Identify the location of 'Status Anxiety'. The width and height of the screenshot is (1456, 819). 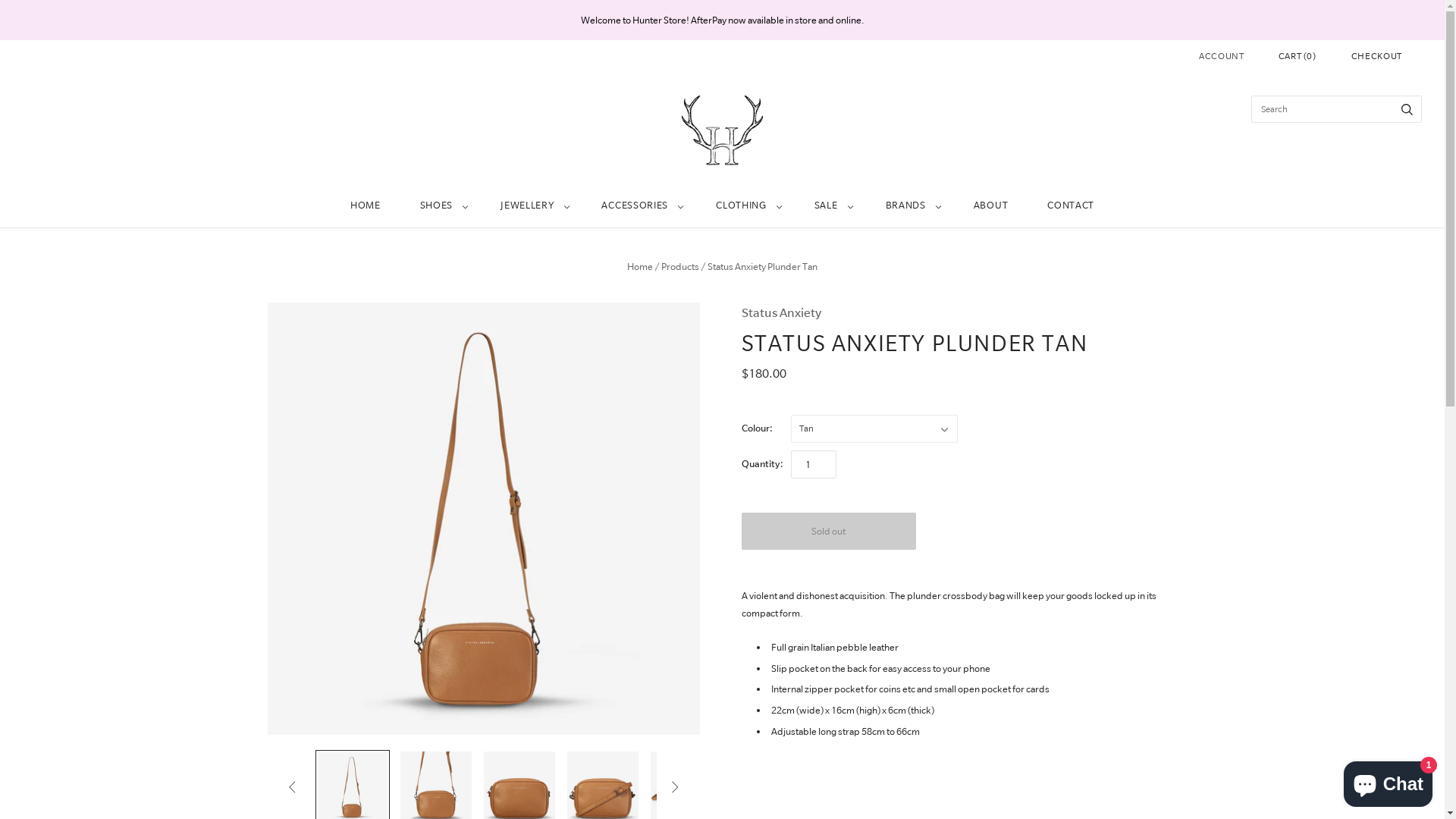
(959, 312).